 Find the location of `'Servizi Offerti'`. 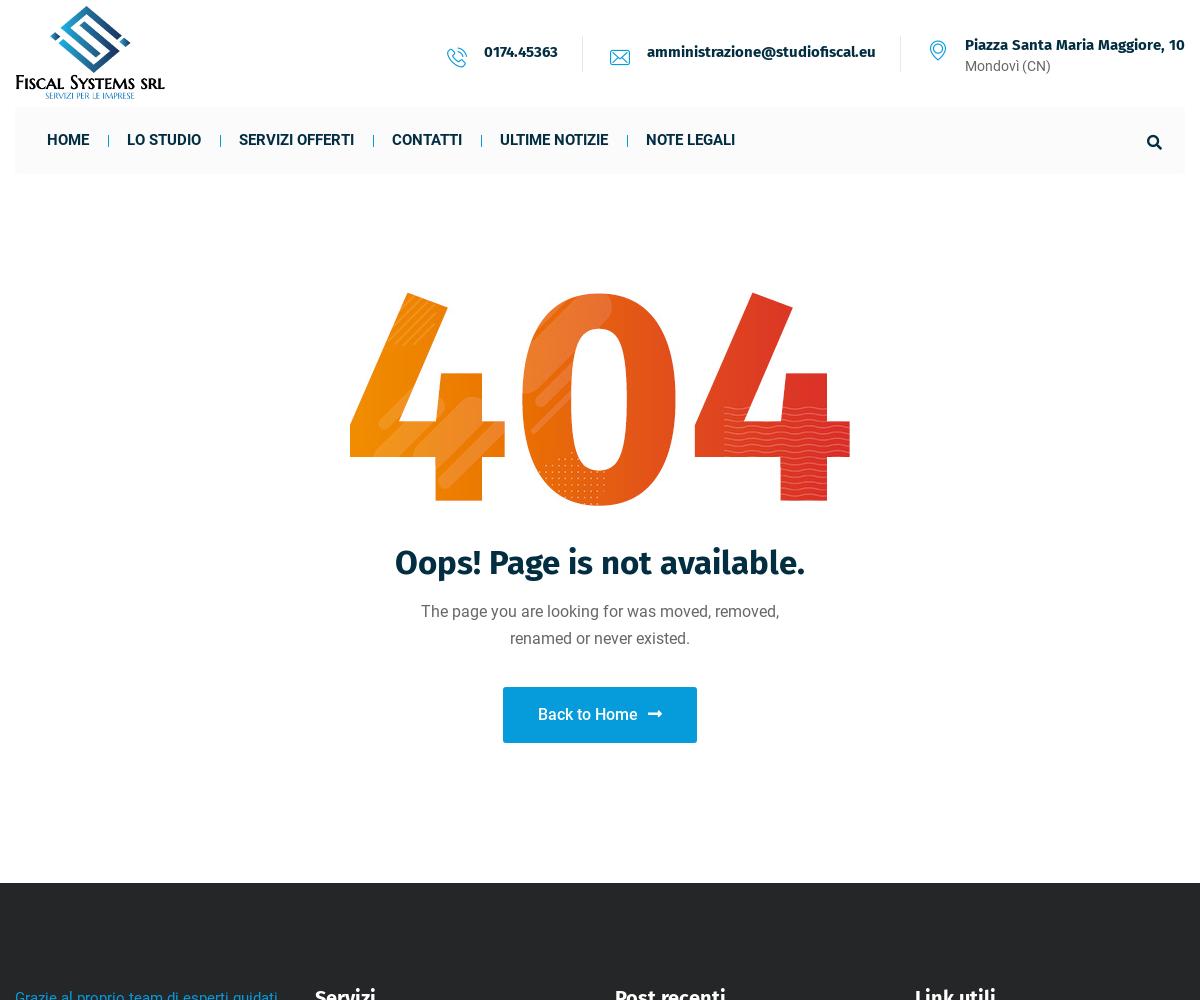

'Servizi Offerti' is located at coordinates (295, 140).